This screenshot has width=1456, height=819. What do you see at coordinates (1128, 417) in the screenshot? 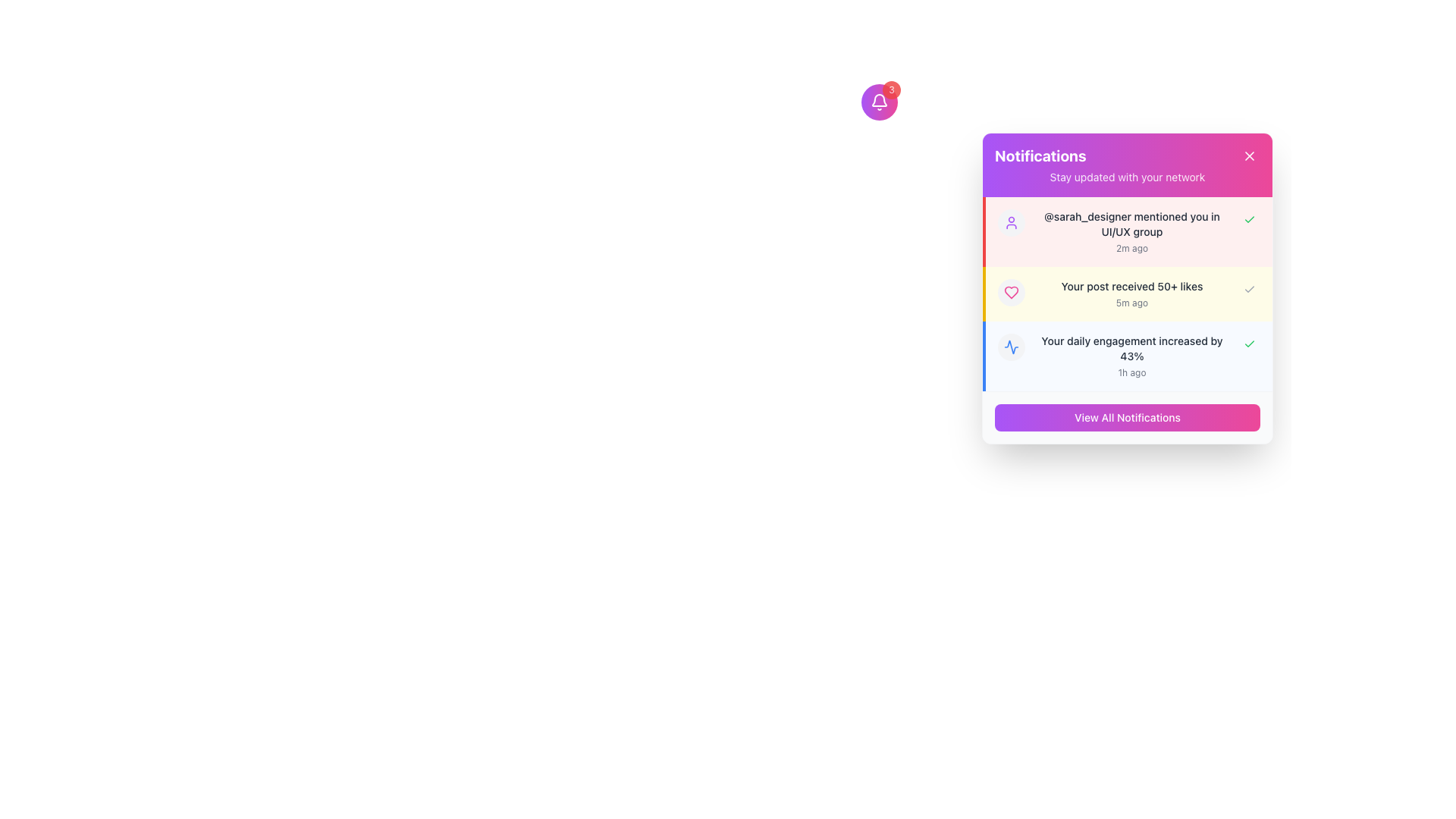
I see `the button located at the bottom of the notification panel to observe any visual changes` at bounding box center [1128, 417].